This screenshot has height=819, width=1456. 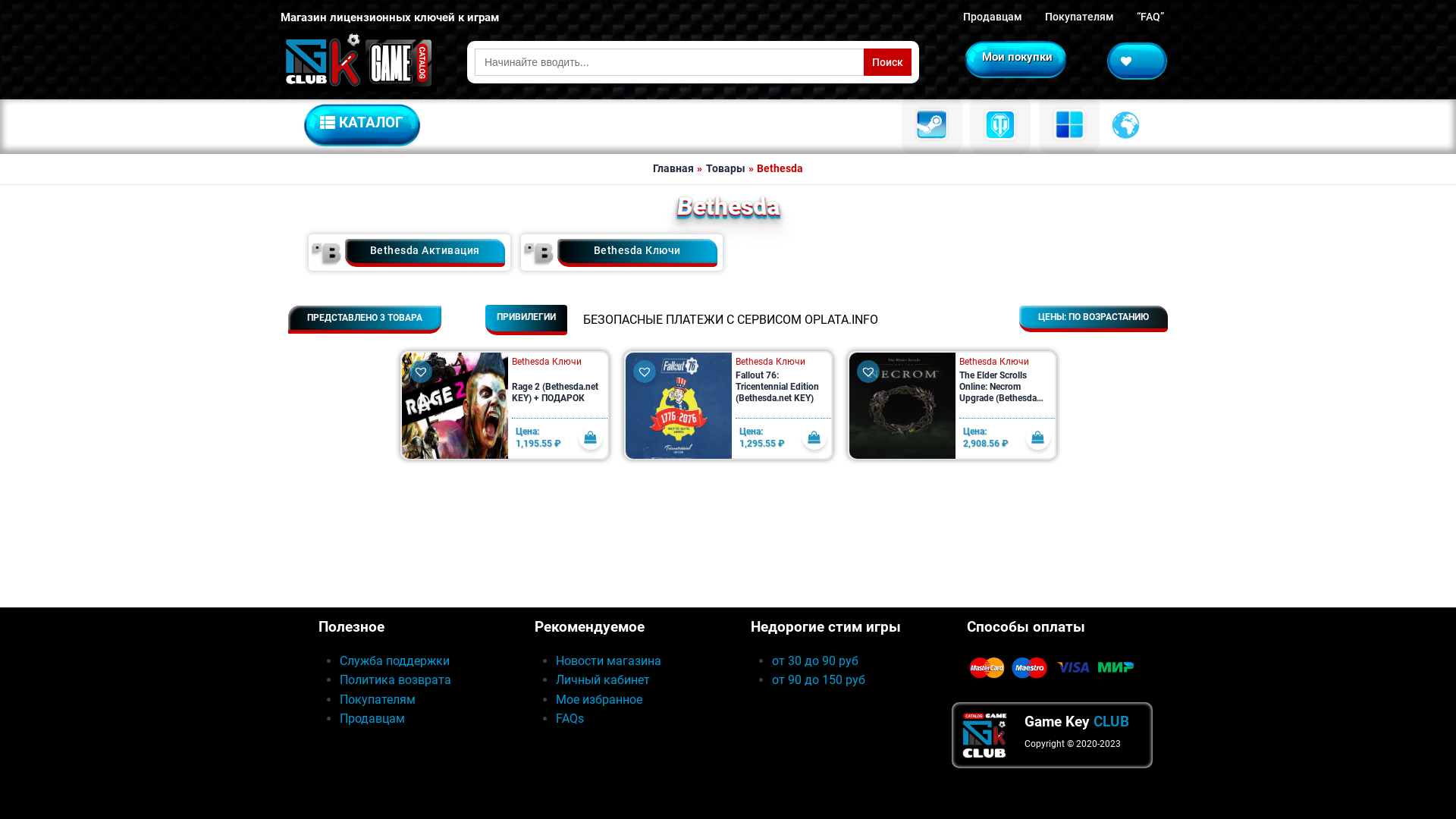 What do you see at coordinates (555, 717) in the screenshot?
I see `'FAQs'` at bounding box center [555, 717].